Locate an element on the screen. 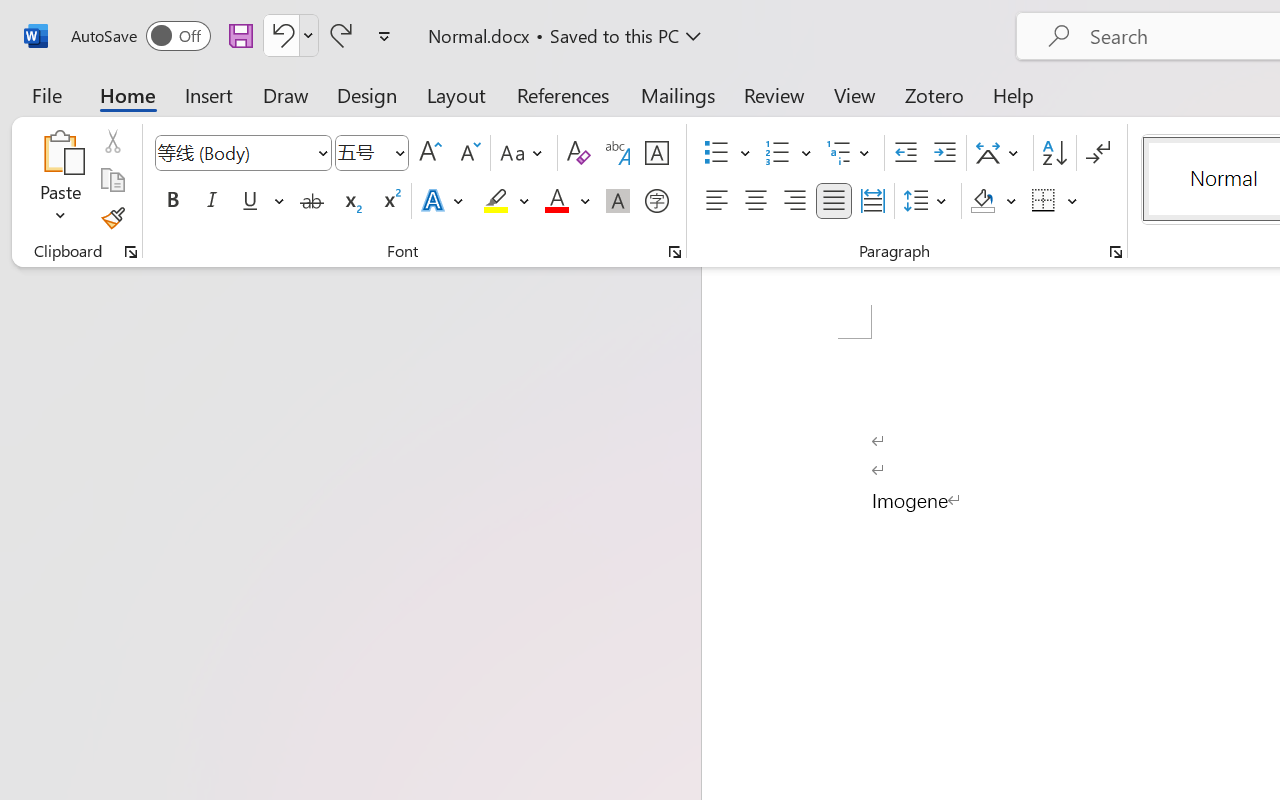  'Bold' is located at coordinates (172, 201).